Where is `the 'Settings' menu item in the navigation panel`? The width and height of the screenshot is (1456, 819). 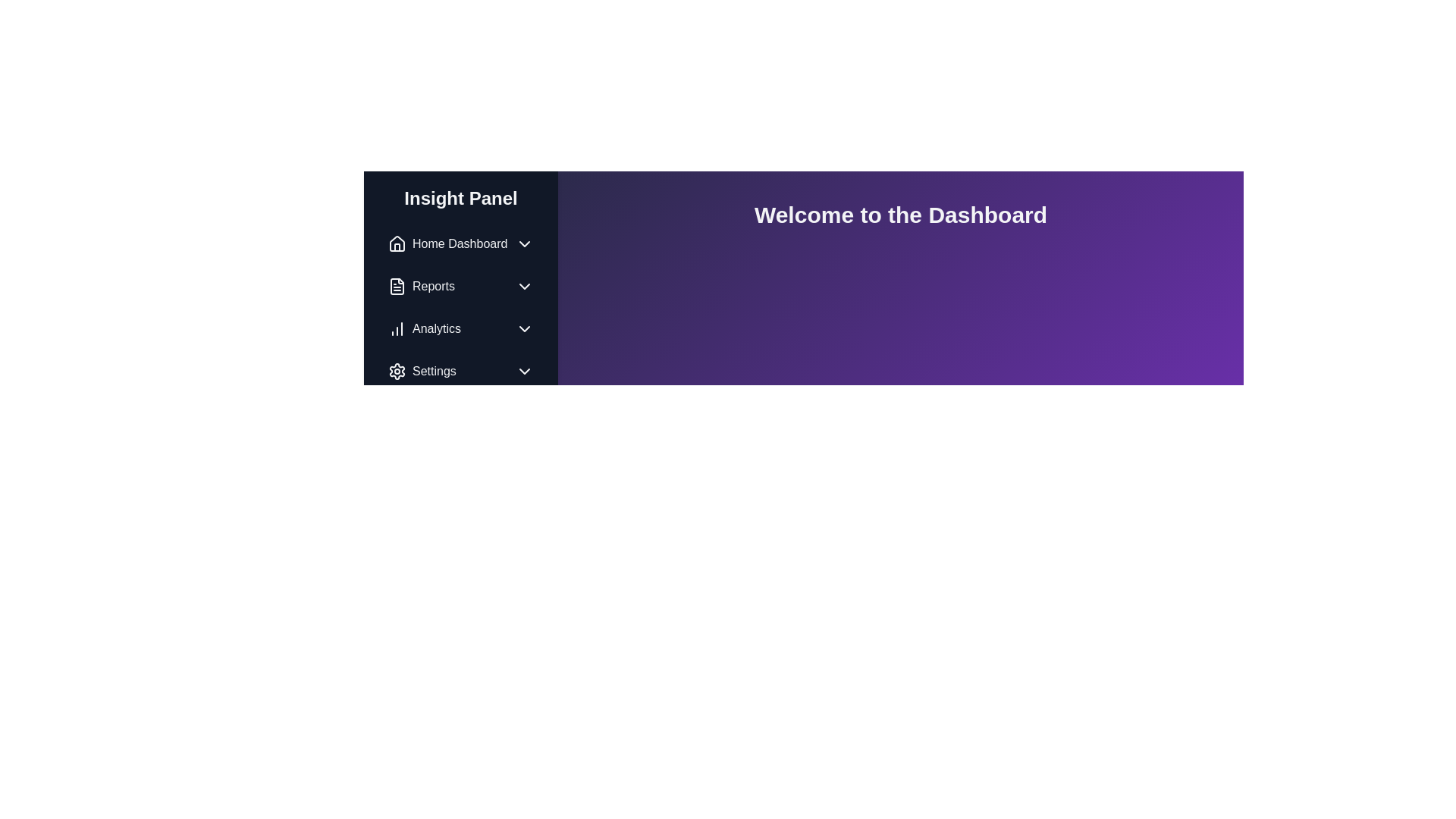
the 'Settings' menu item in the navigation panel is located at coordinates (422, 371).